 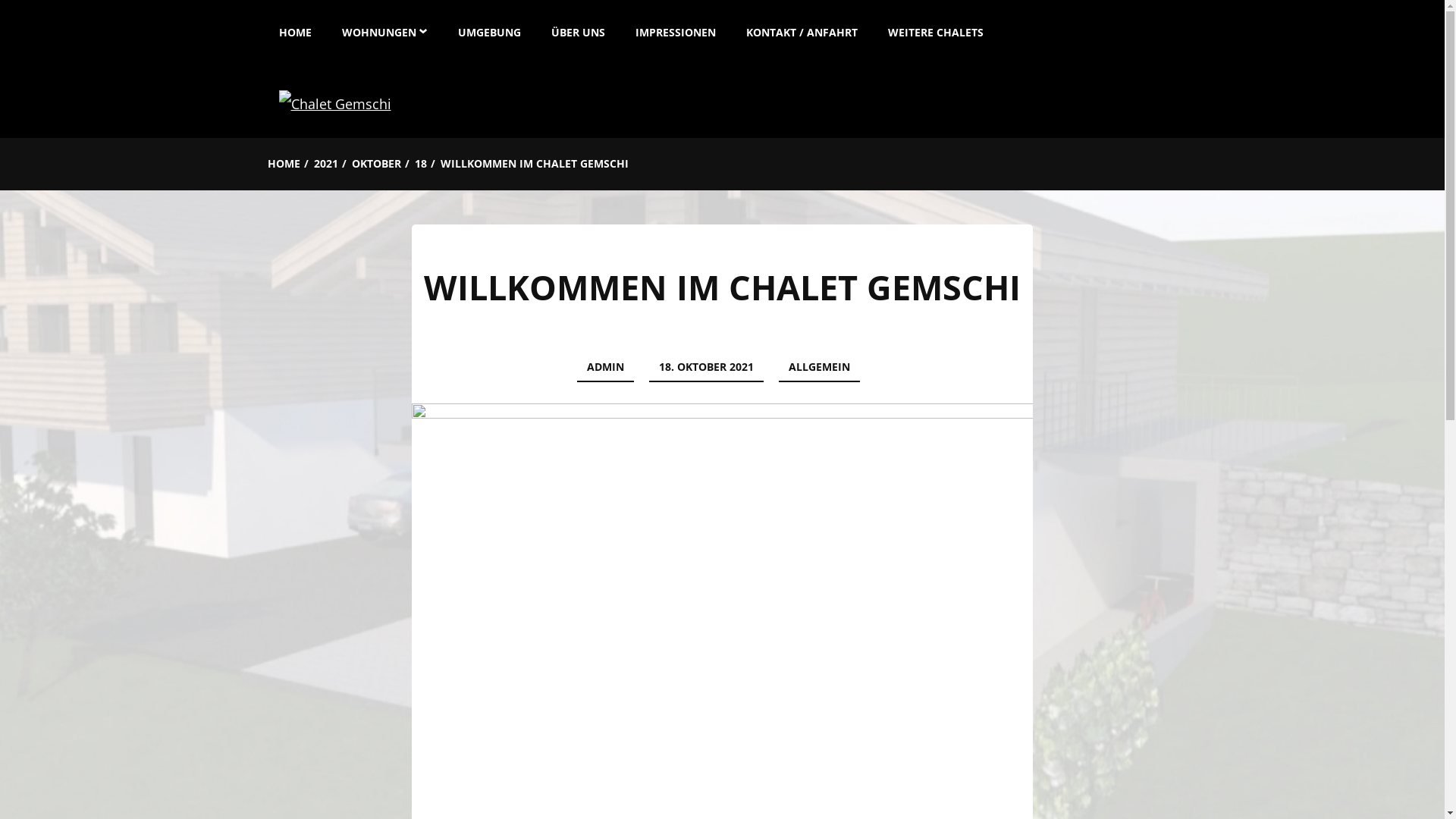 What do you see at coordinates (419, 164) in the screenshot?
I see `'18'` at bounding box center [419, 164].